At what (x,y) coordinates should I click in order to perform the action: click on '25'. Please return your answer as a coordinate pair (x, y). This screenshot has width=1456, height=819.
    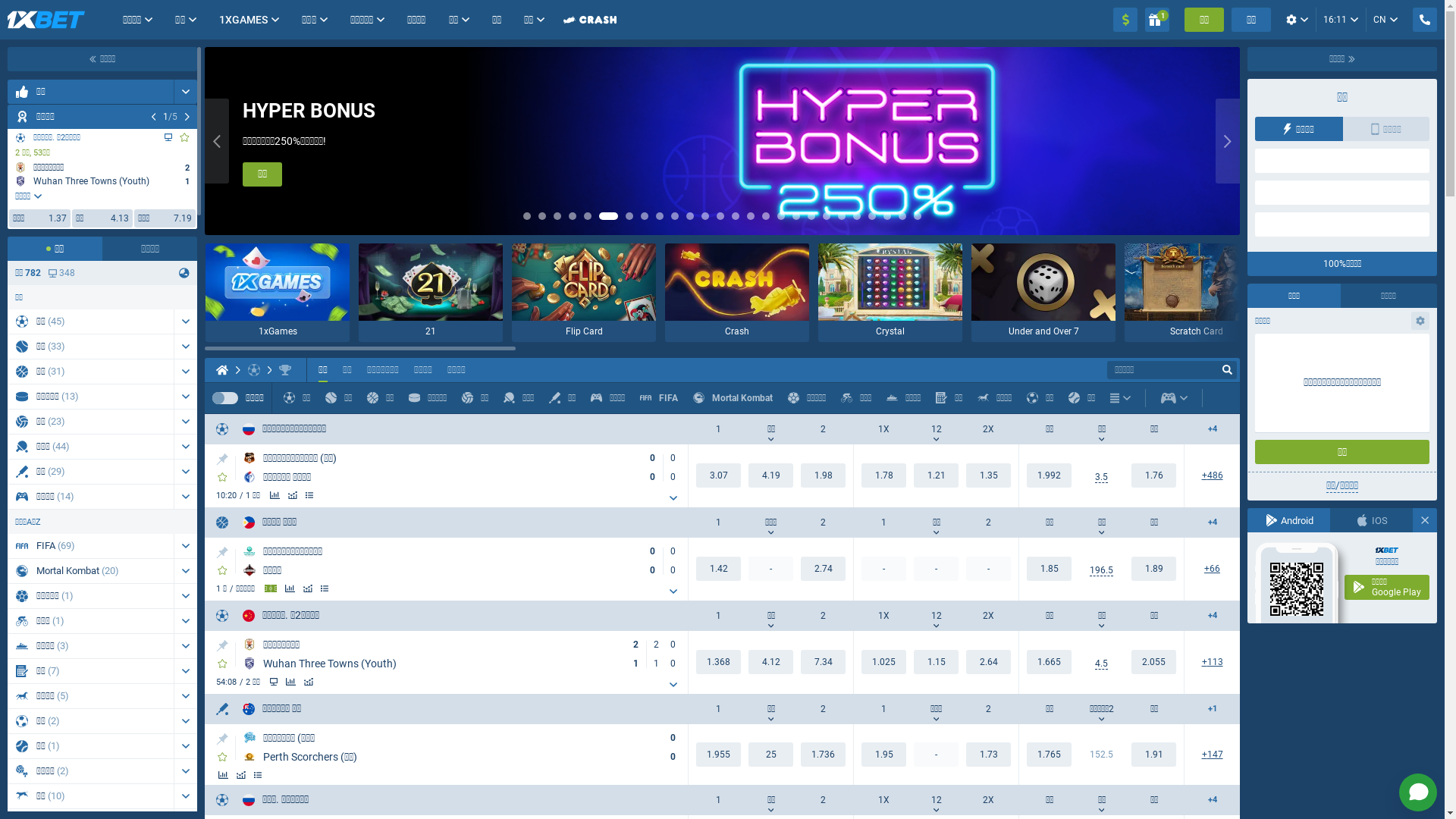
    Looking at the image, I should click on (748, 755).